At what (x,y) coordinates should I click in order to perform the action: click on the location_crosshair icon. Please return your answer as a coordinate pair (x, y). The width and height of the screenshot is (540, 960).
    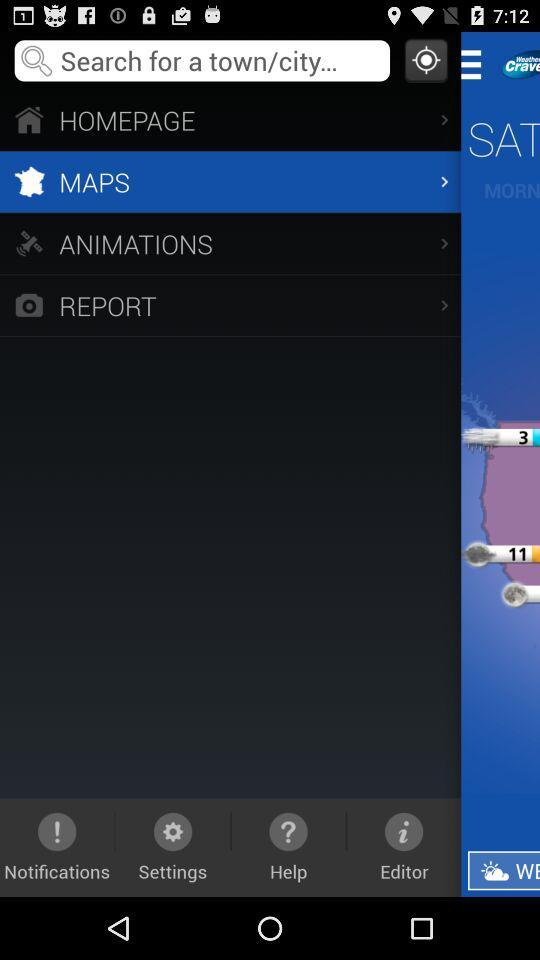
    Looking at the image, I should click on (425, 64).